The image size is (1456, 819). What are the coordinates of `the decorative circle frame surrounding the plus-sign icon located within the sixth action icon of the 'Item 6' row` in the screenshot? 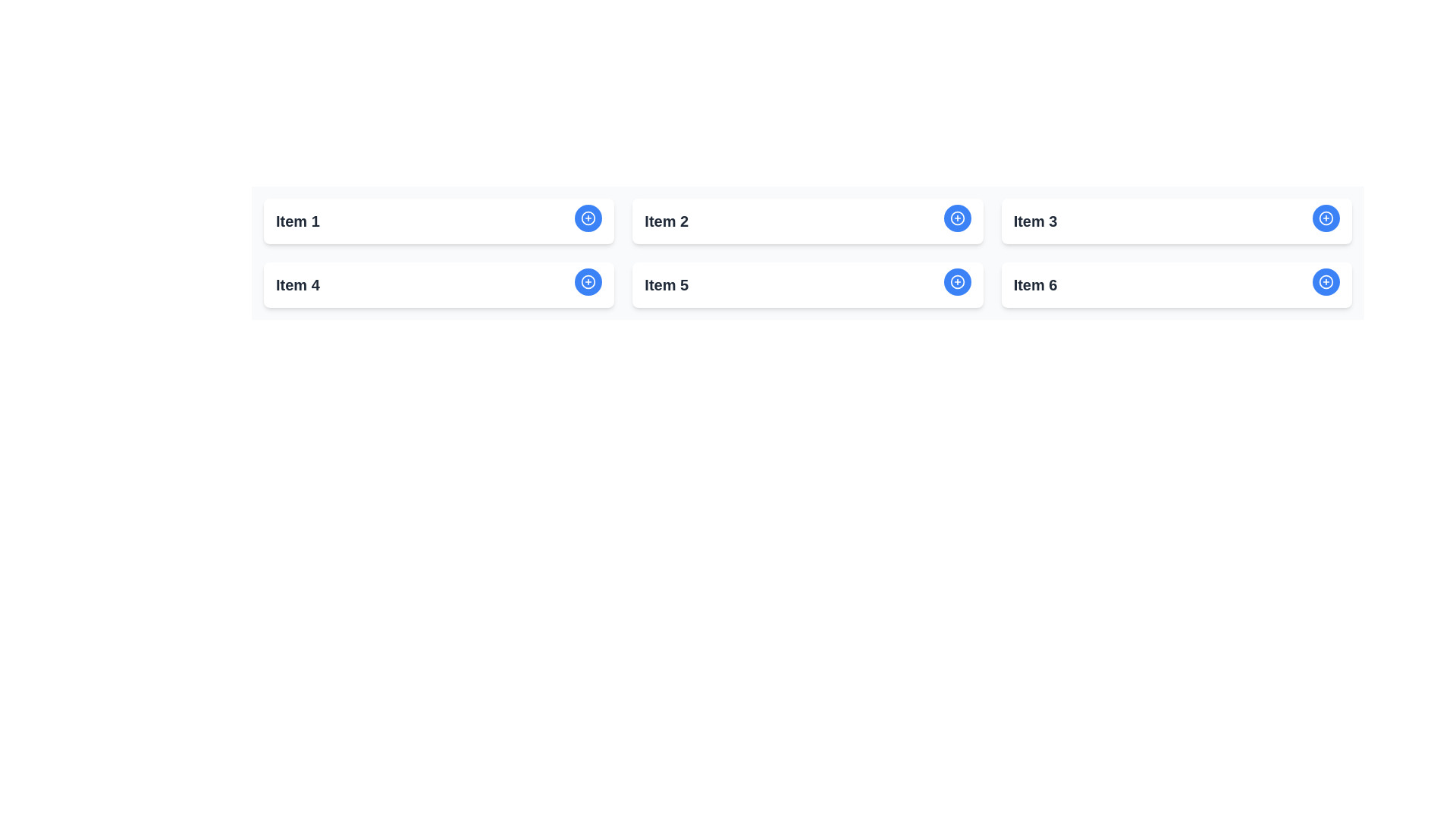 It's located at (1325, 281).